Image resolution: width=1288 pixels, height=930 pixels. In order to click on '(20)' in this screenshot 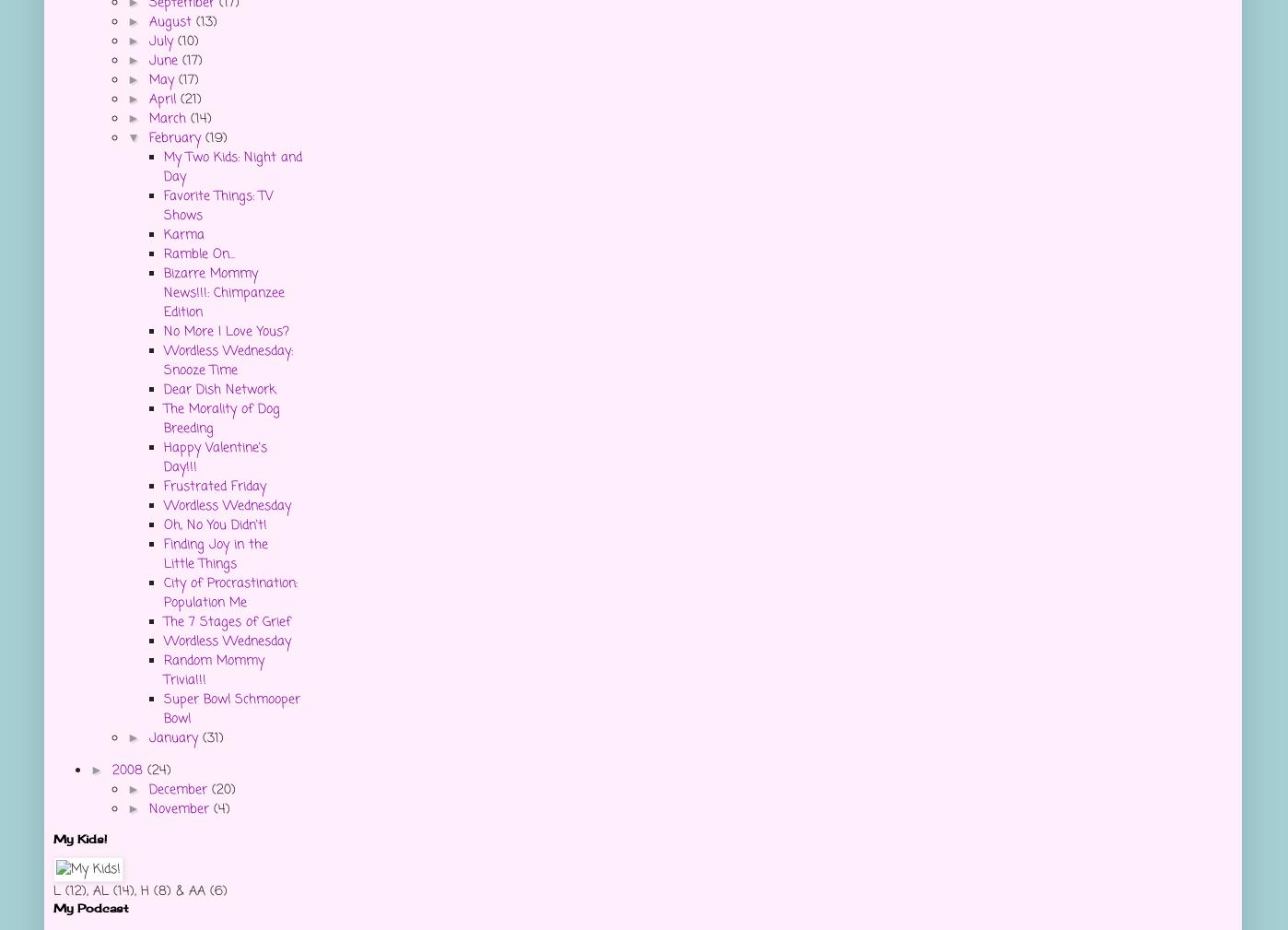, I will do `click(222, 790)`.